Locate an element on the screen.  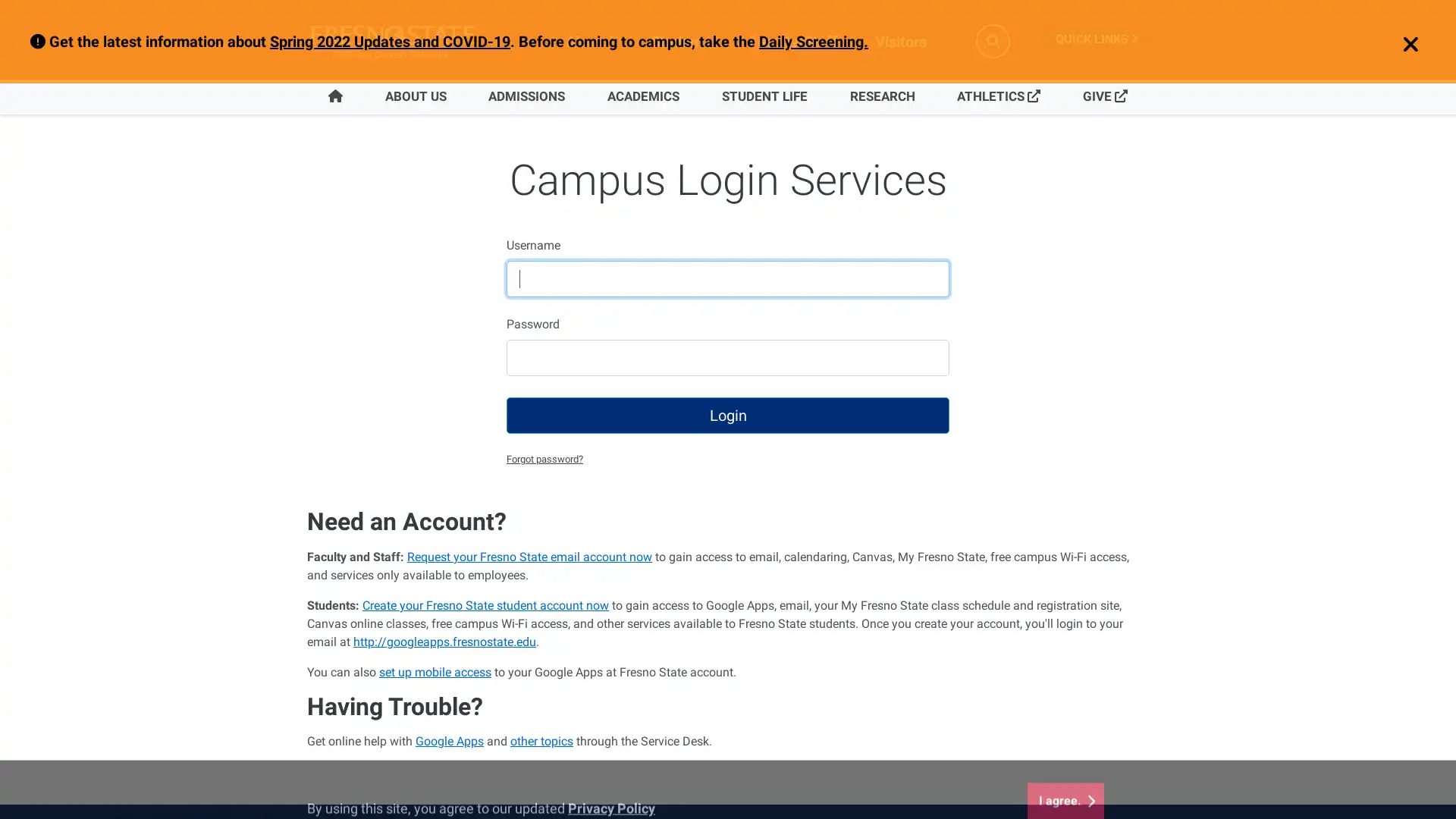
Search is located at coordinates (993, 40).